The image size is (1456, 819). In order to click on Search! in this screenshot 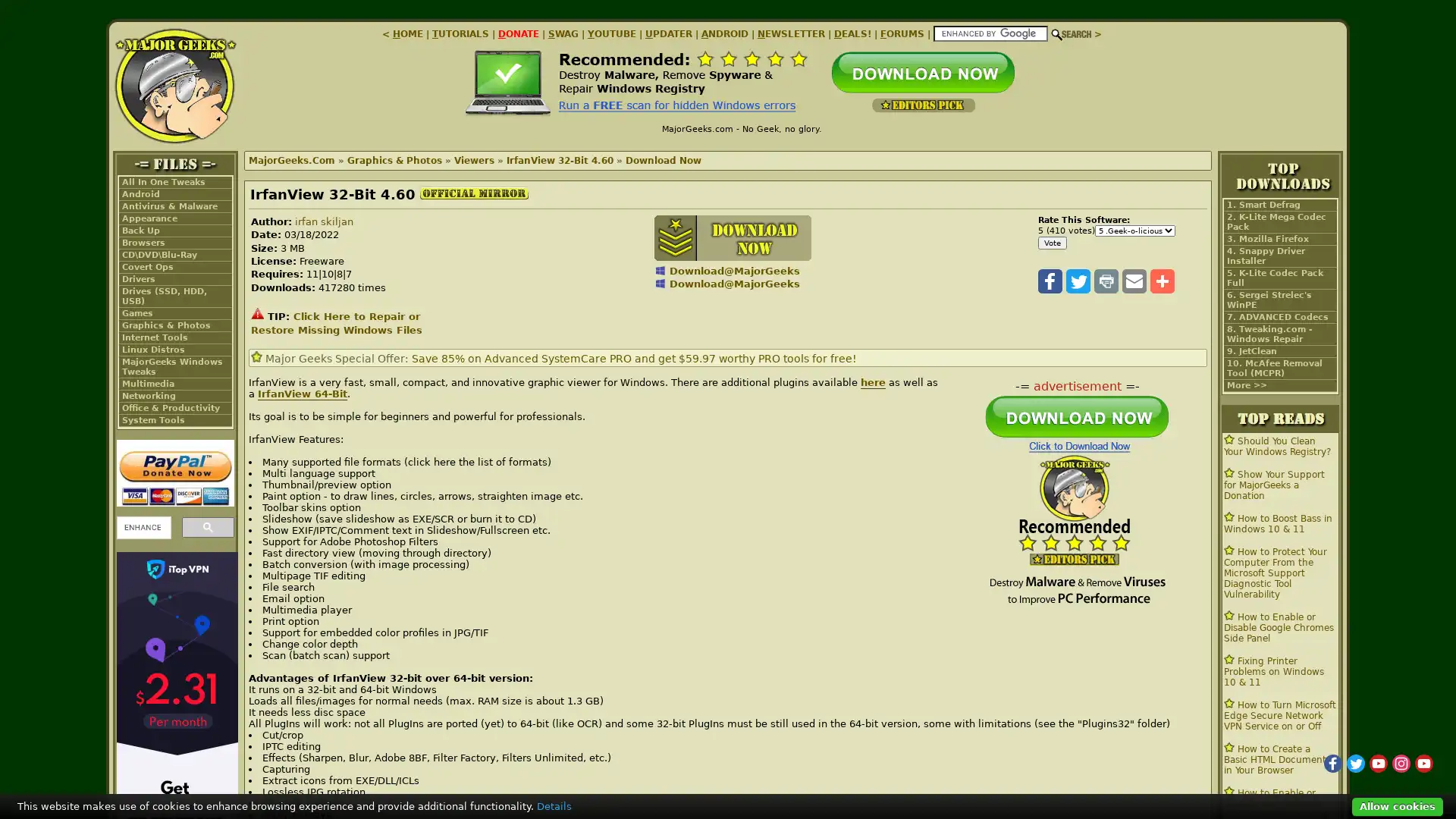, I will do `click(1069, 34)`.